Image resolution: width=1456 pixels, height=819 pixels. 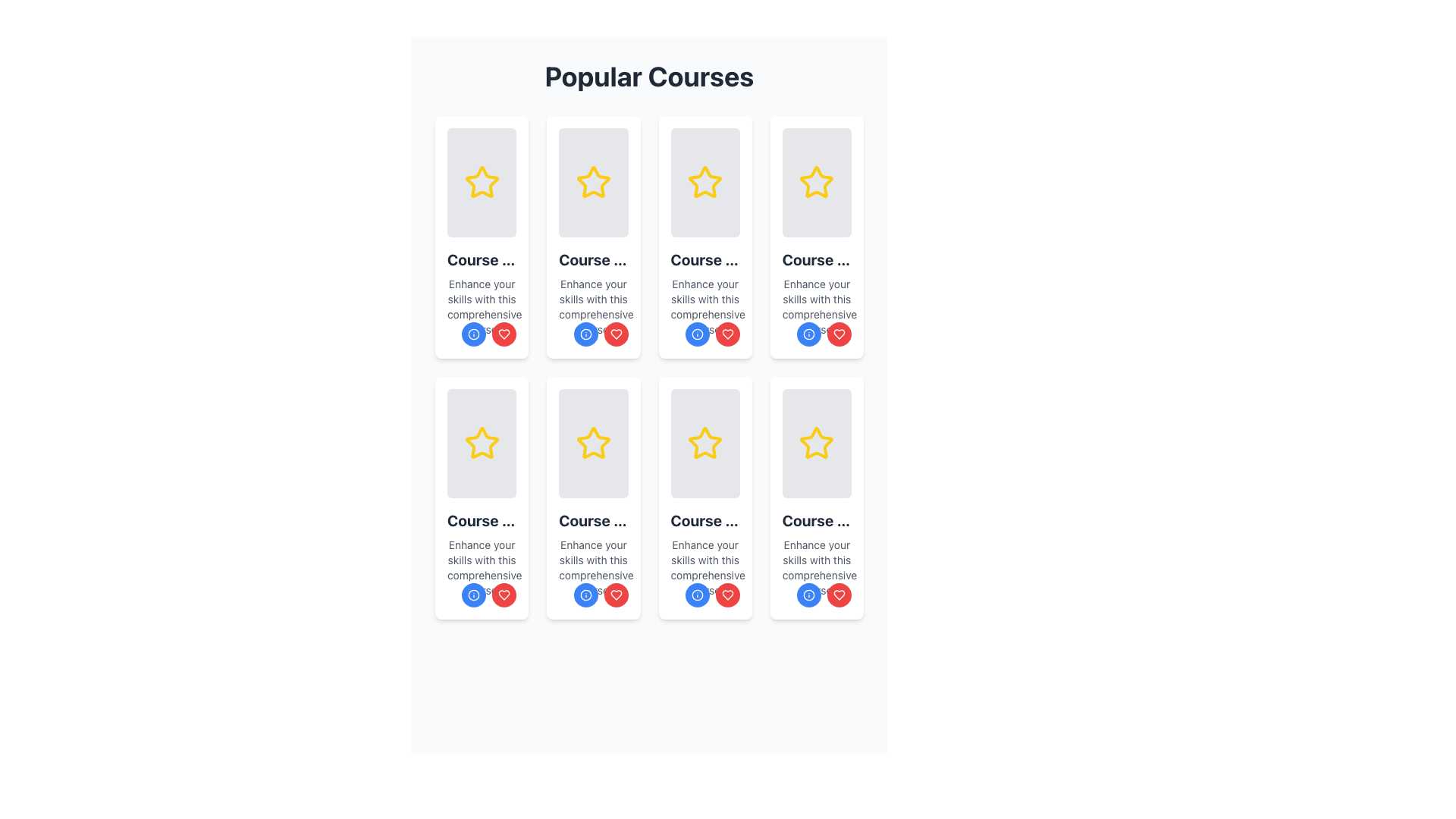 What do you see at coordinates (696, 595) in the screenshot?
I see `the circular blue icon button with a white 'i' symbol located in the second row and second column of the card layout, positioned below the text content` at bounding box center [696, 595].